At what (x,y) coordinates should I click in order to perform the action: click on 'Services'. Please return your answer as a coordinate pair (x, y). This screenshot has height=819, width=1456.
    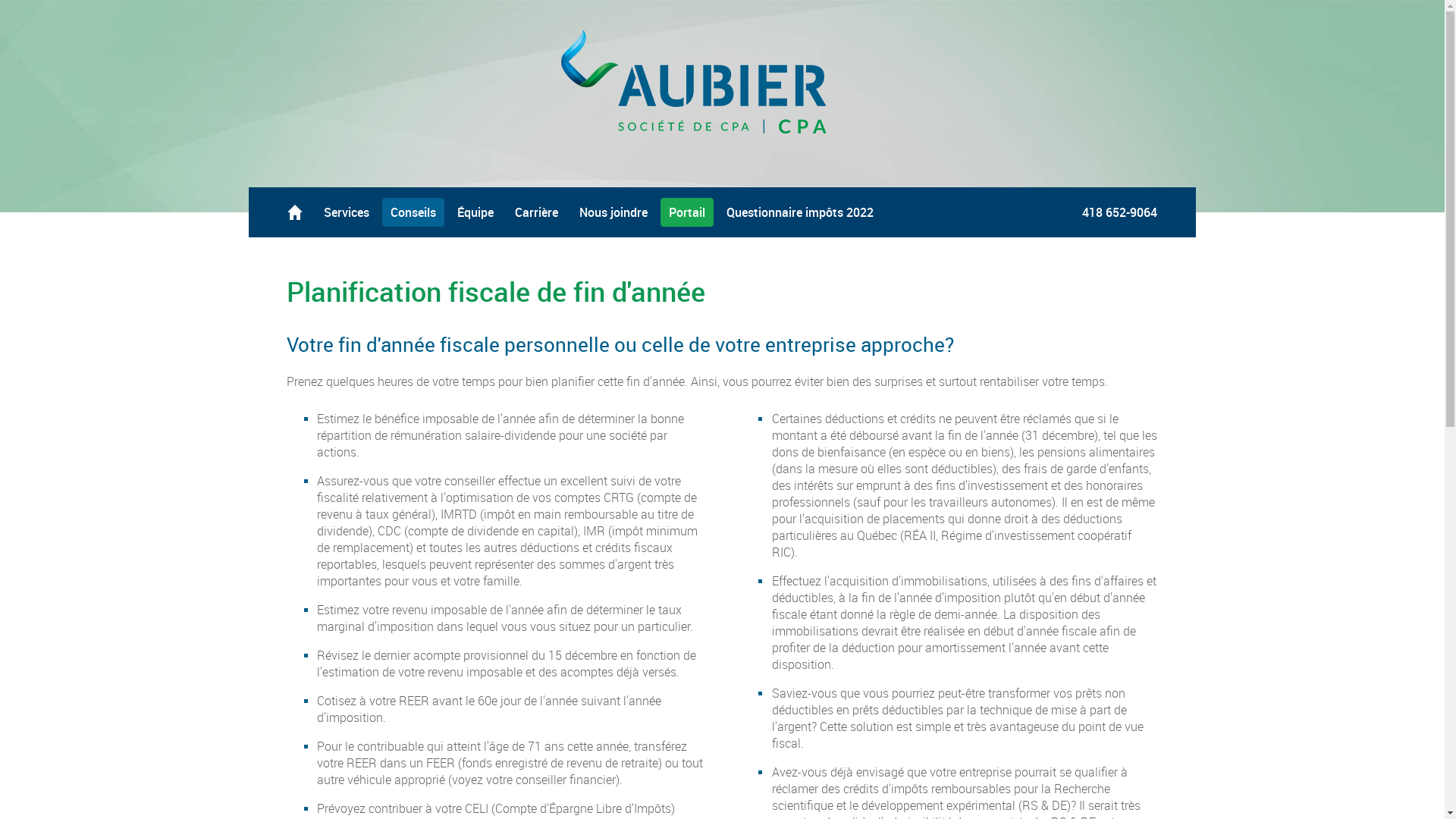
    Looking at the image, I should click on (345, 212).